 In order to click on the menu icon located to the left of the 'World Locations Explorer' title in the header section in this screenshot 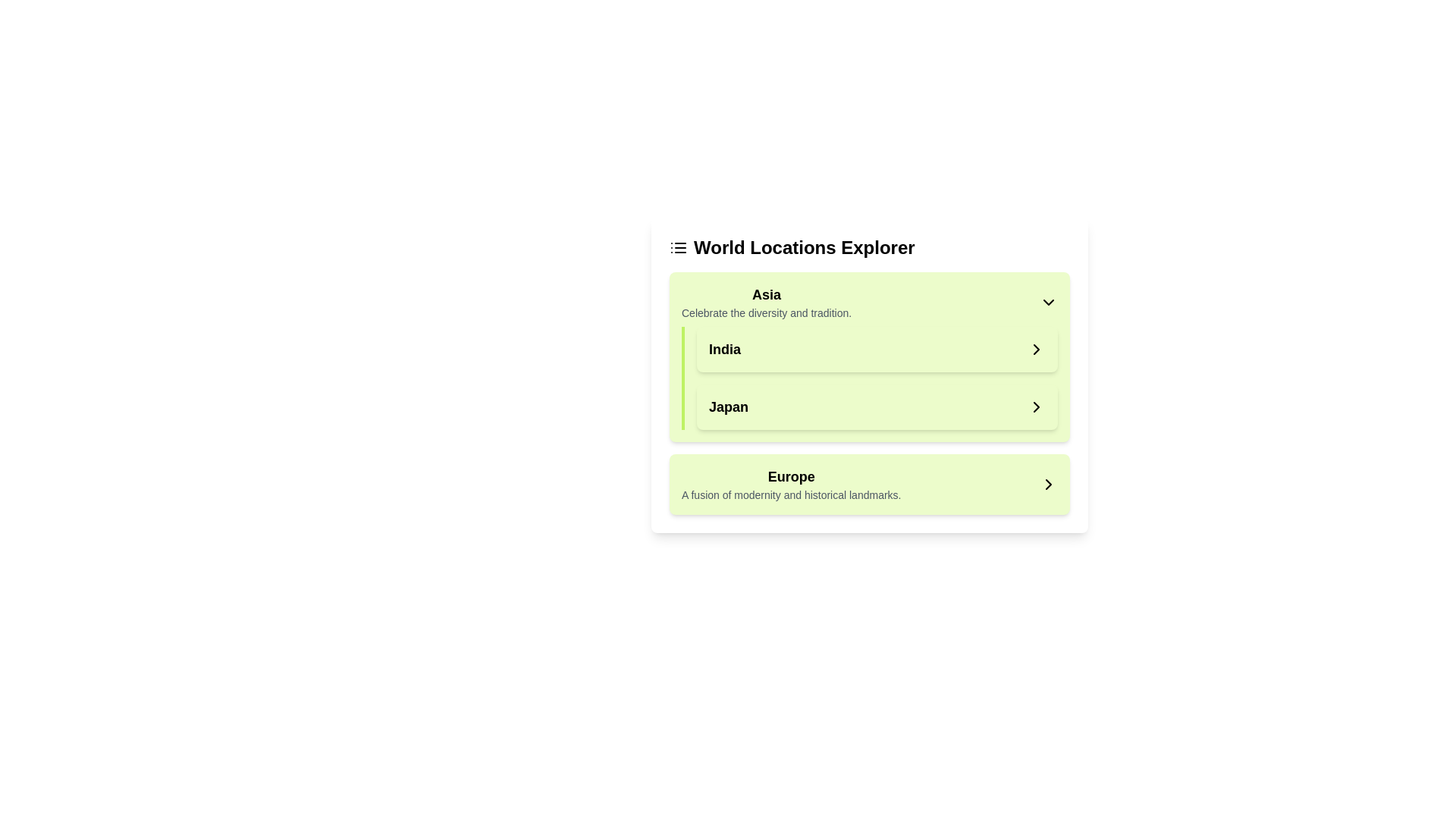, I will do `click(677, 247)`.